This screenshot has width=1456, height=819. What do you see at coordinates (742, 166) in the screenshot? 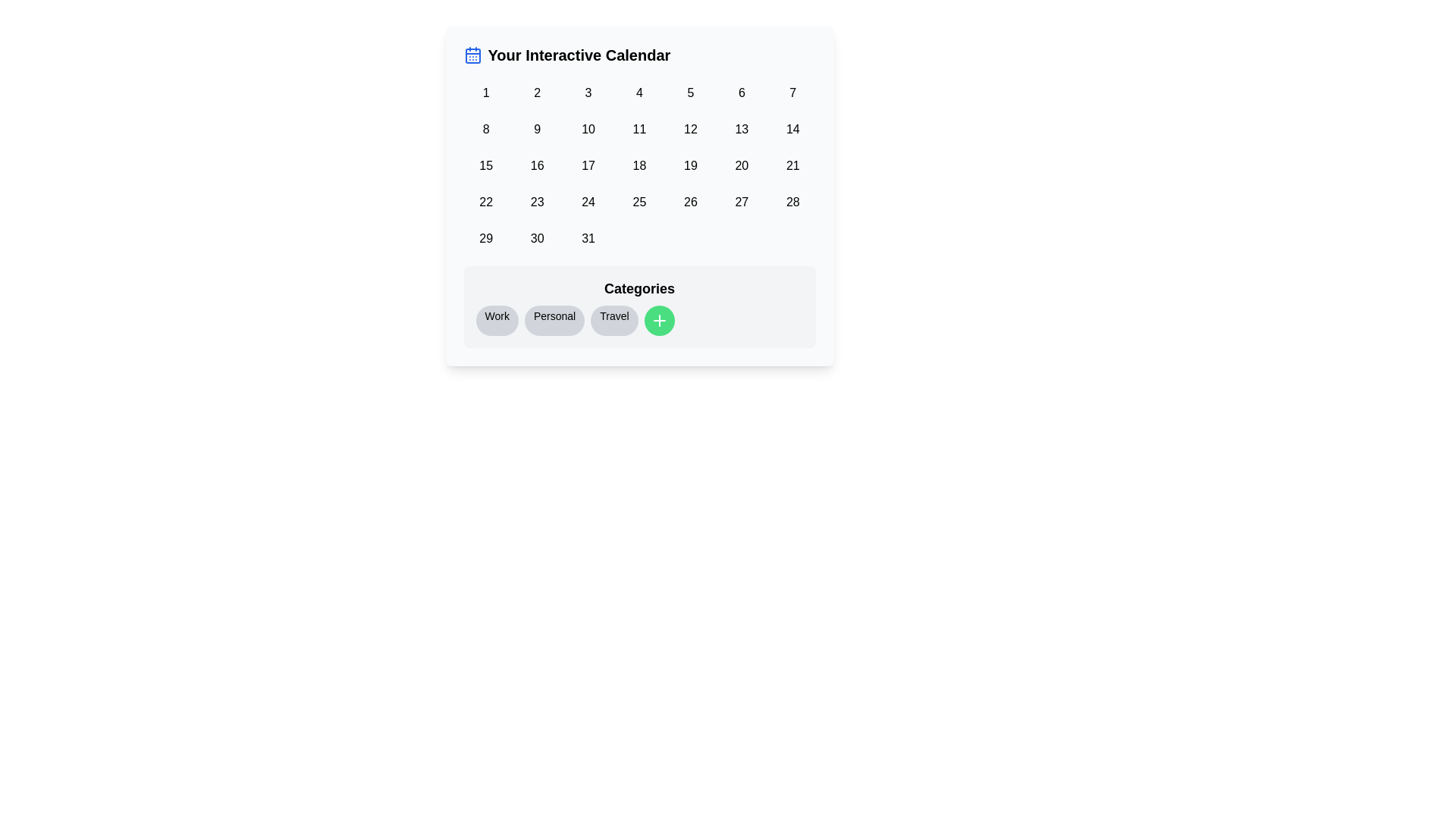
I see `the button labeled '20', which is the sixth item in the third row of a 7-column grid in the interactive calendar` at bounding box center [742, 166].